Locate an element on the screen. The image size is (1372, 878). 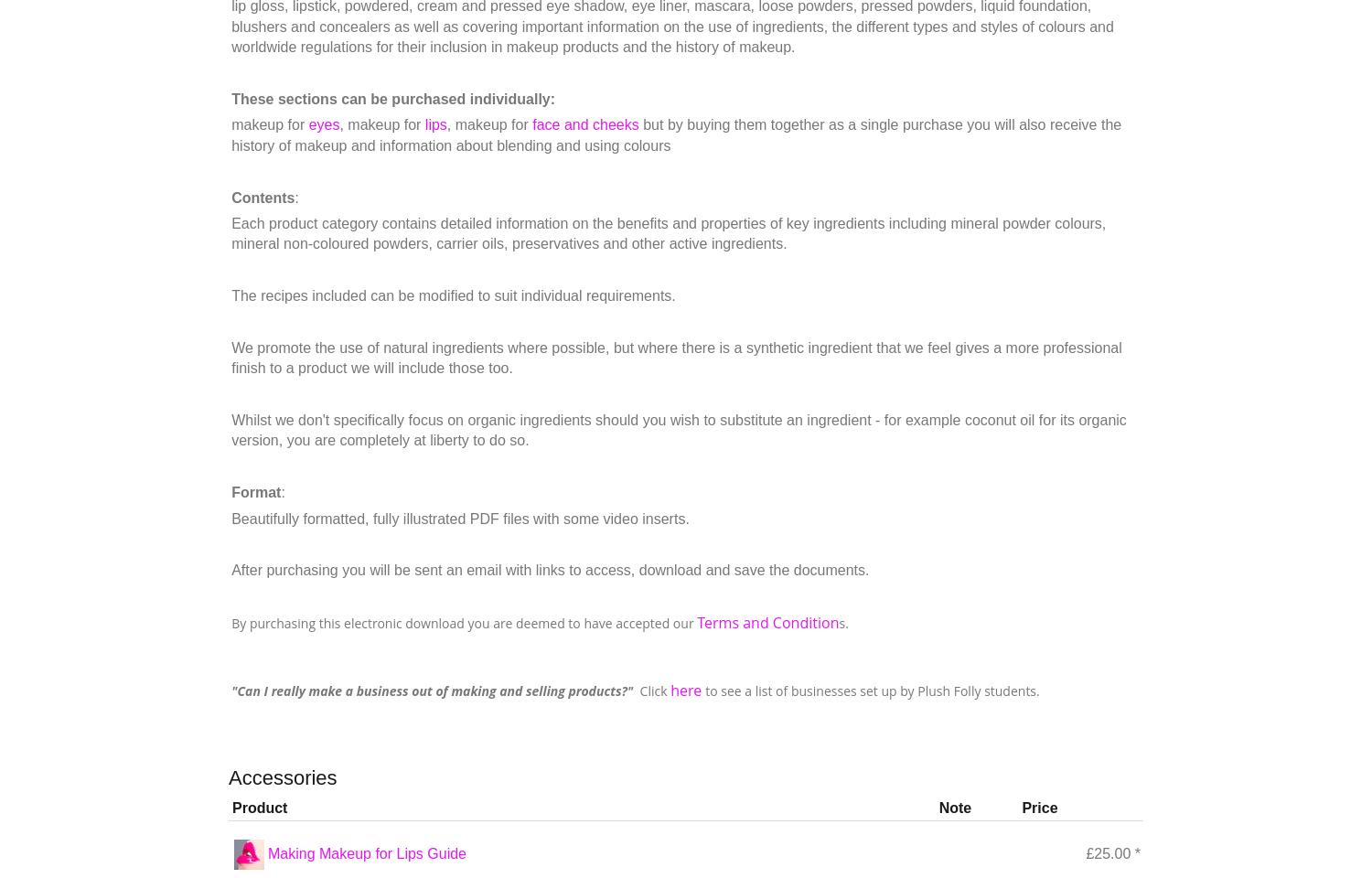
'Beautifully formatted, fully illustrated PDF files with some video inserts.' is located at coordinates (459, 518).